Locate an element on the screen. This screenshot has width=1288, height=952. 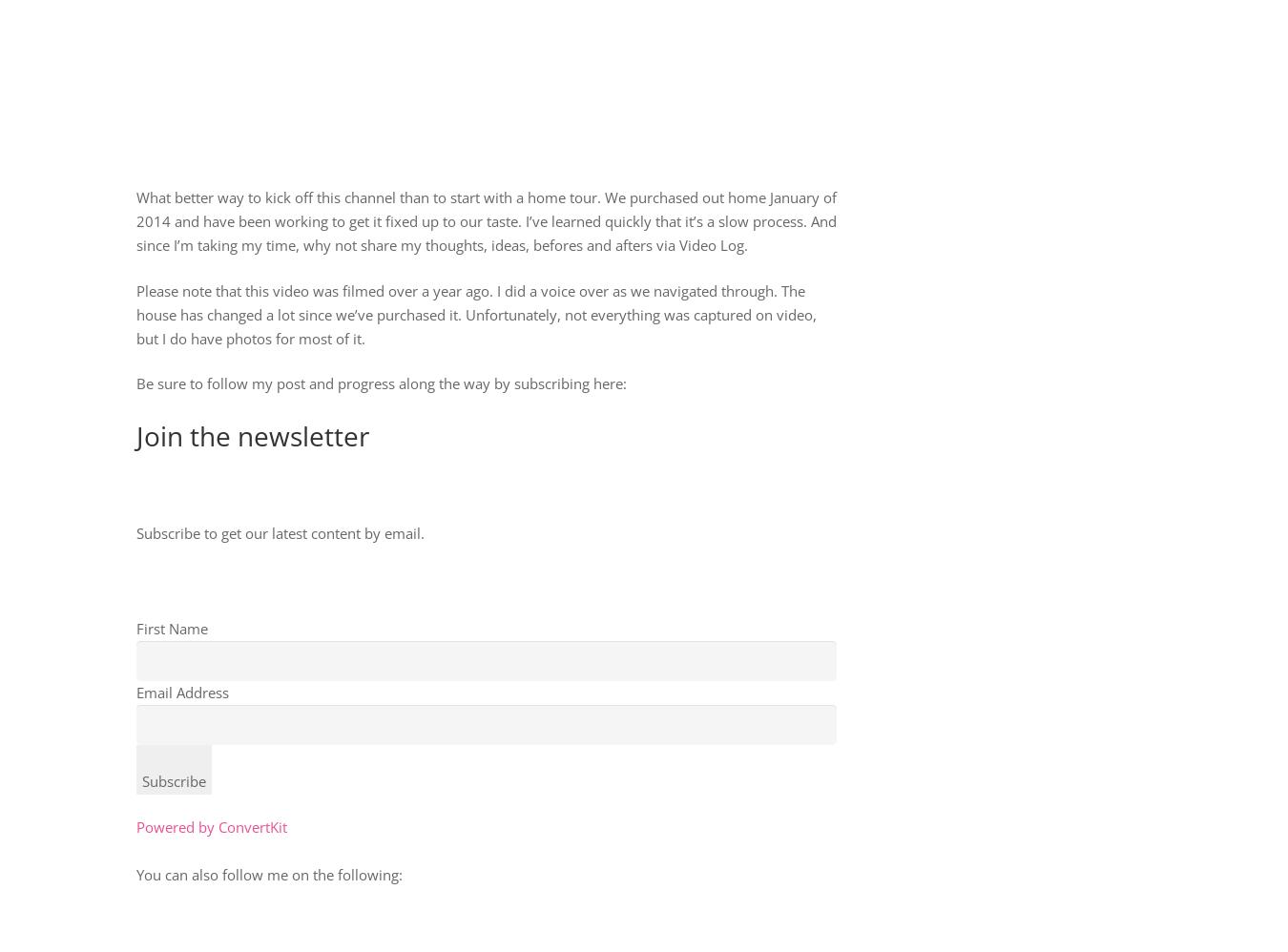
'You can also follow me on the following:' is located at coordinates (135, 874).